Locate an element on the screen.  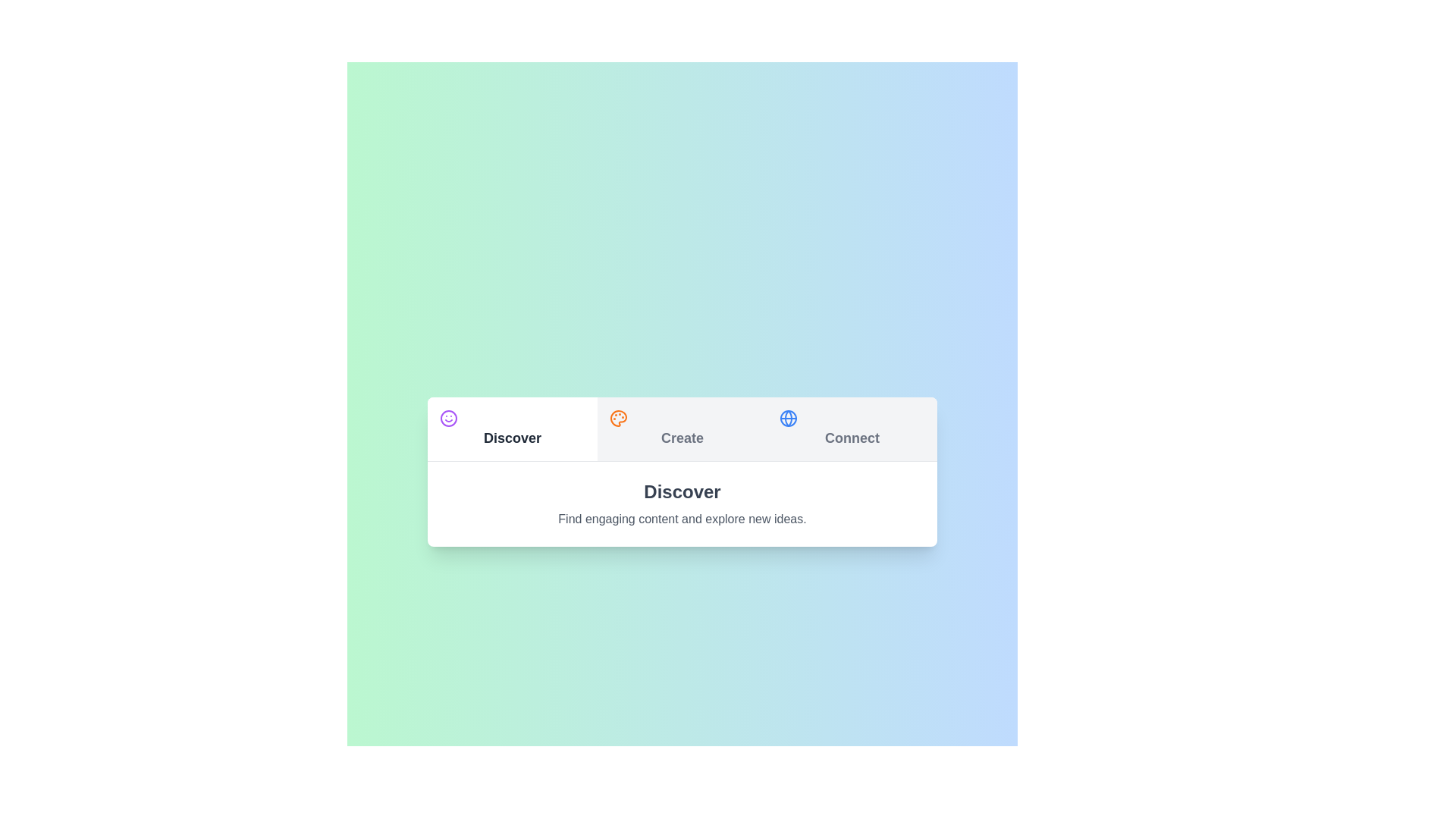
the Create tab to switch content is located at coordinates (682, 428).